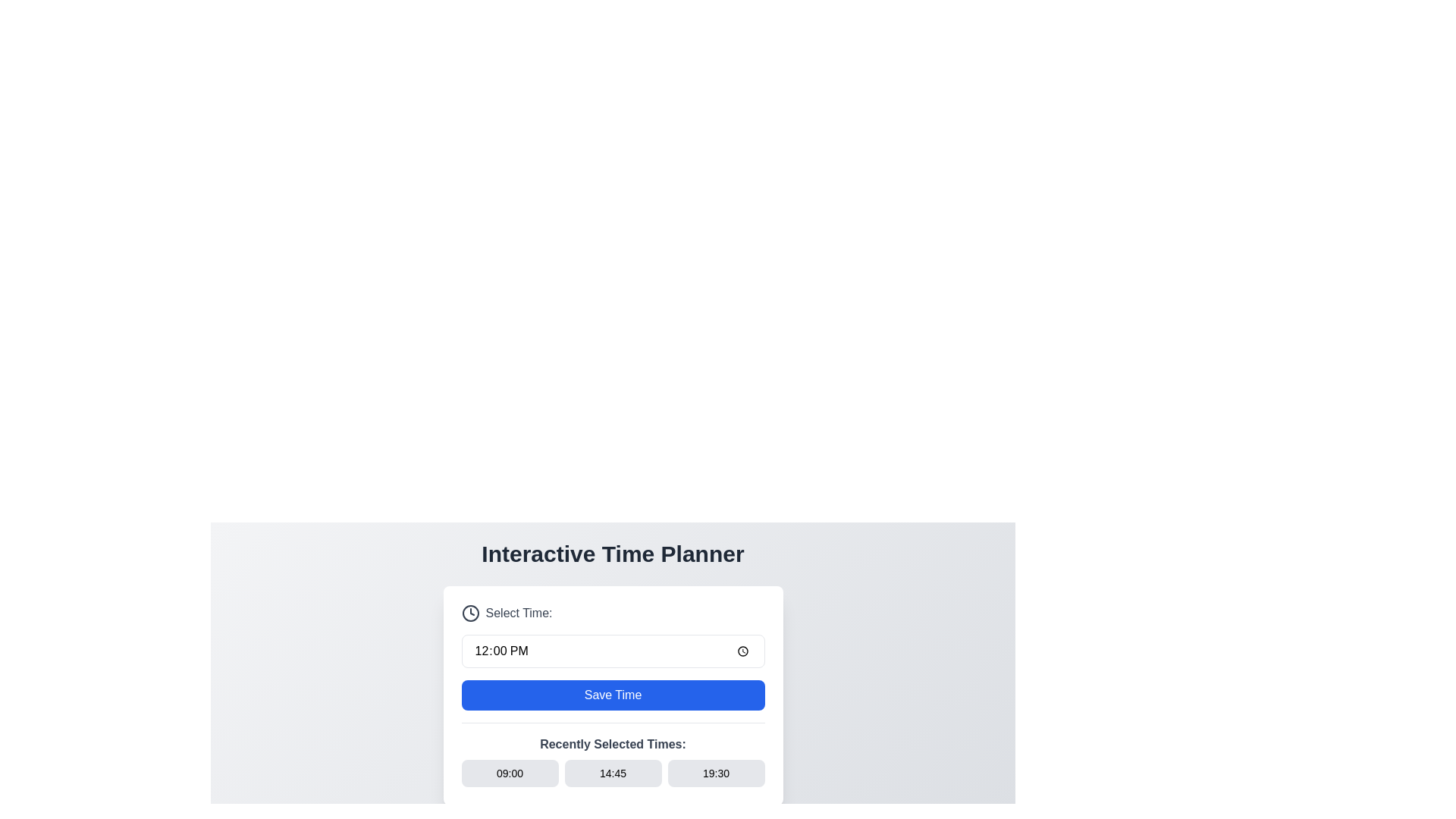 The width and height of the screenshot is (1456, 819). I want to click on the middle button, so click(613, 773).